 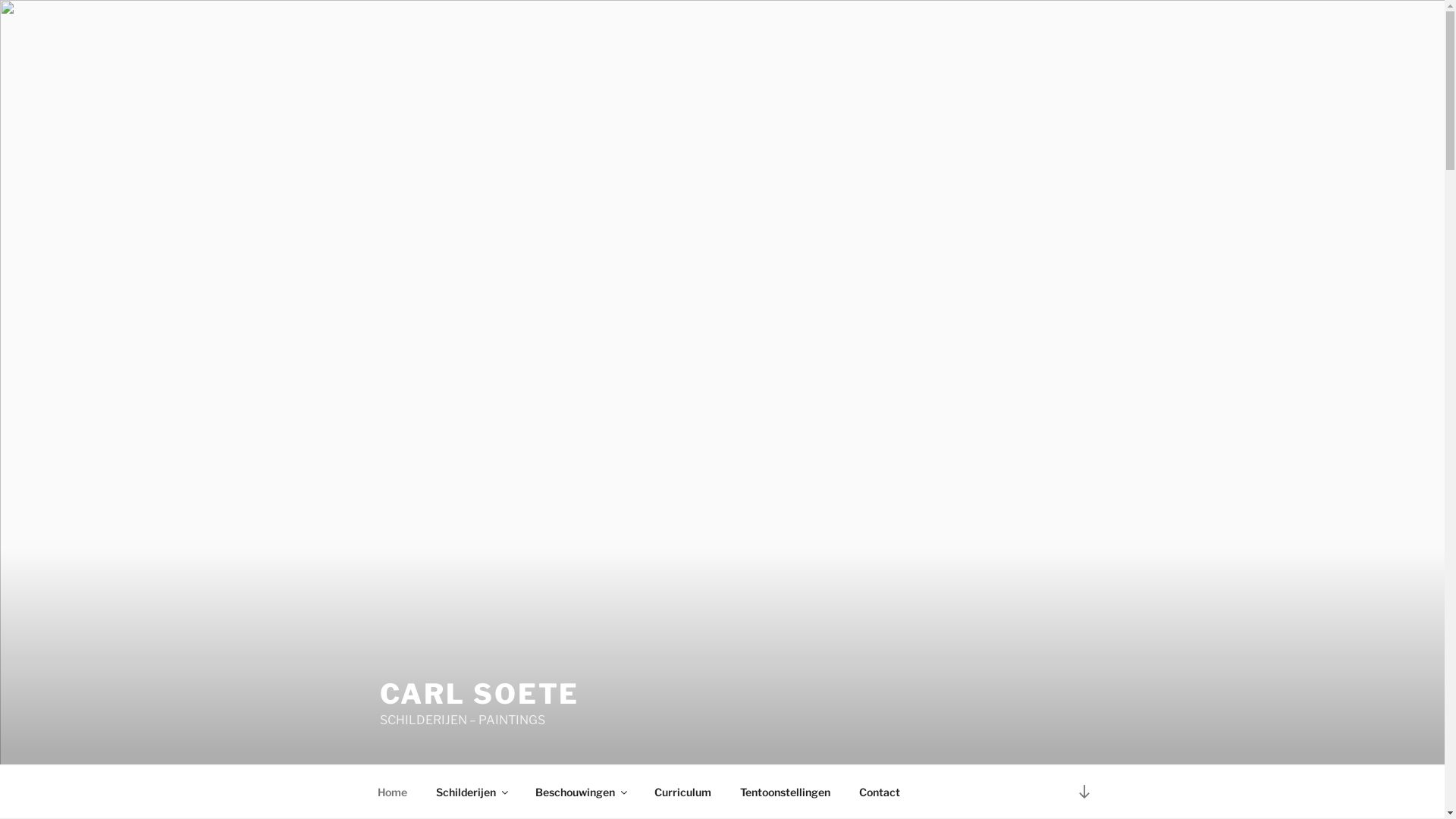 What do you see at coordinates (880, 791) in the screenshot?
I see `'Contact'` at bounding box center [880, 791].